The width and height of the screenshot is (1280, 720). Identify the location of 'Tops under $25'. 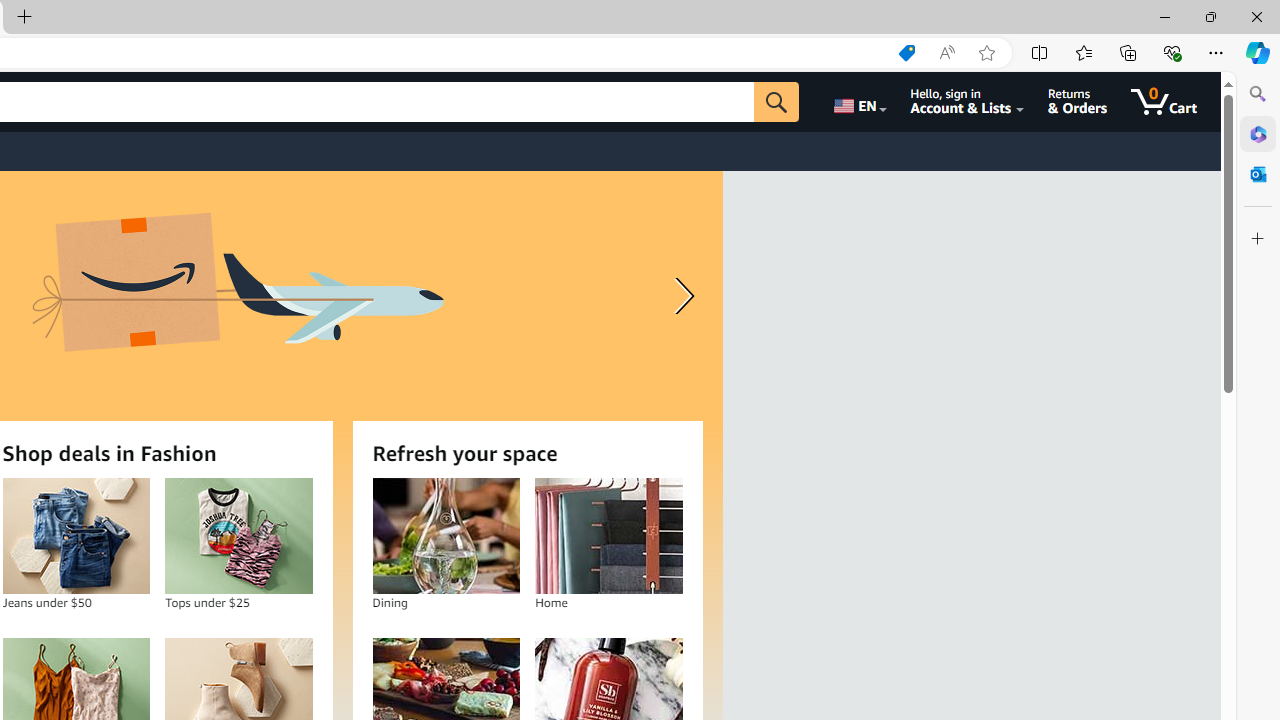
(238, 535).